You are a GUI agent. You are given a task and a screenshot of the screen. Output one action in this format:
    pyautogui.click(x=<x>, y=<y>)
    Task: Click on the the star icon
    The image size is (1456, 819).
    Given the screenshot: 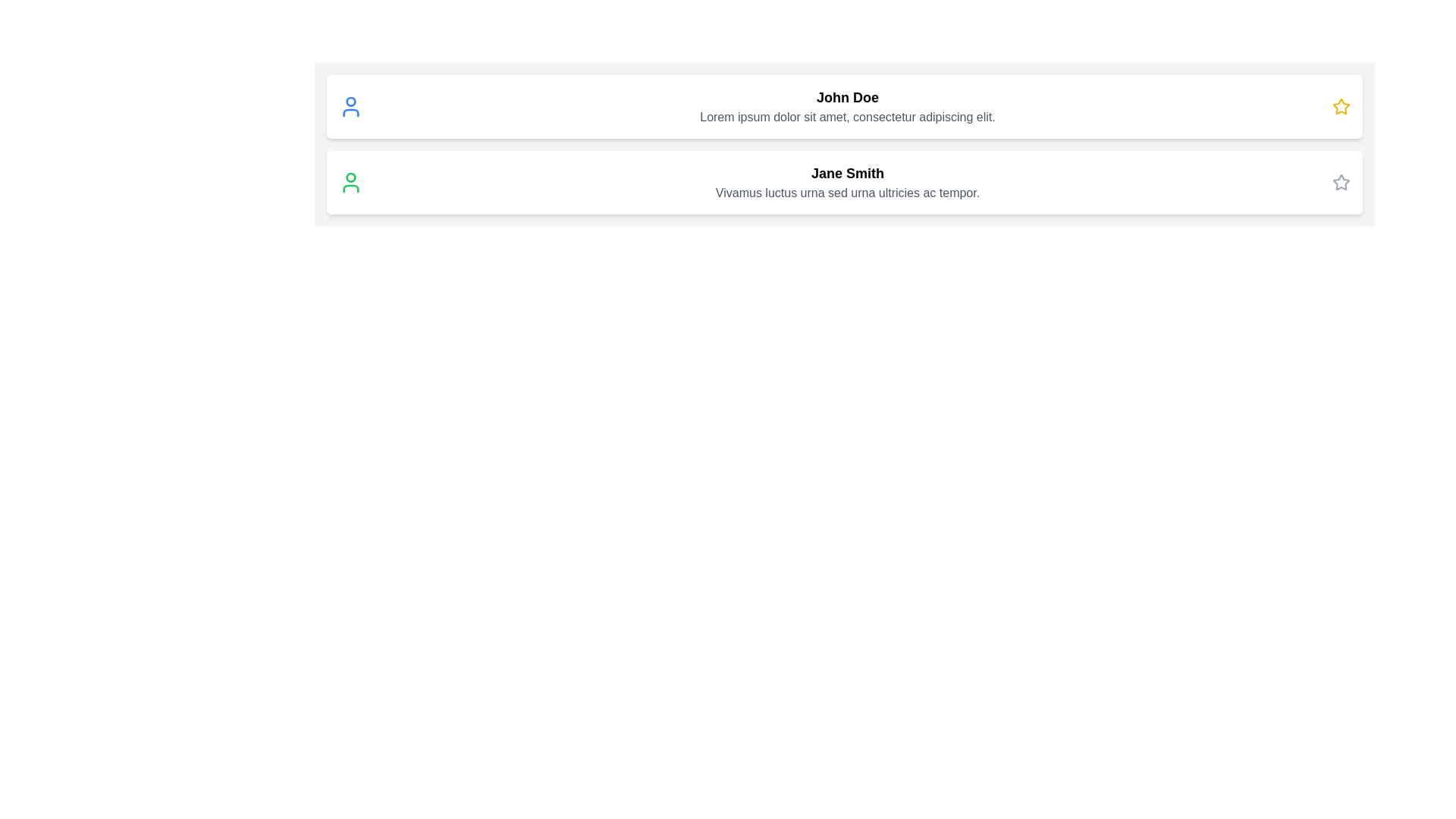 What is the action you would take?
    pyautogui.click(x=1341, y=106)
    